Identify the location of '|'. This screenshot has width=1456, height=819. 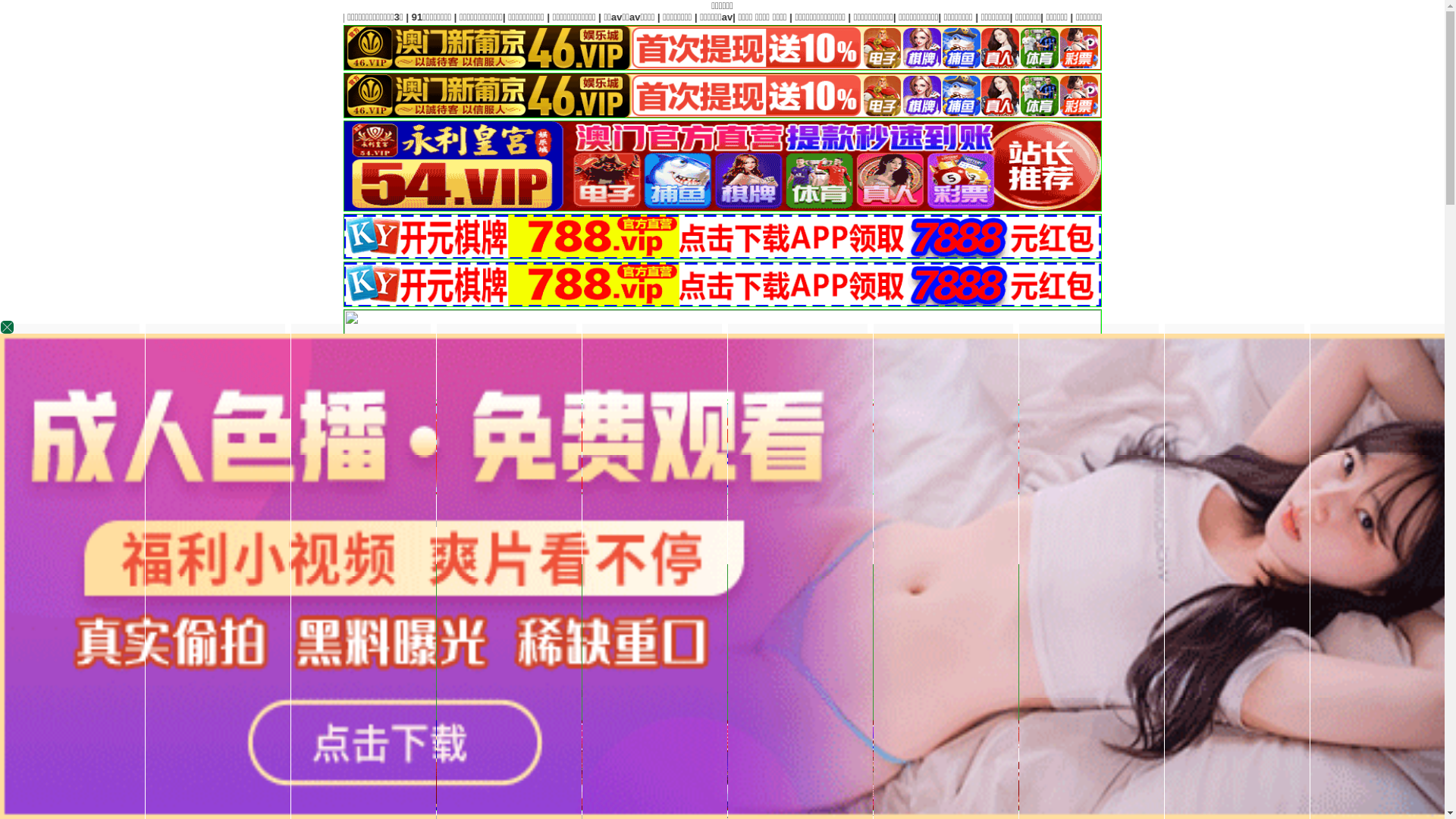
(924, 693).